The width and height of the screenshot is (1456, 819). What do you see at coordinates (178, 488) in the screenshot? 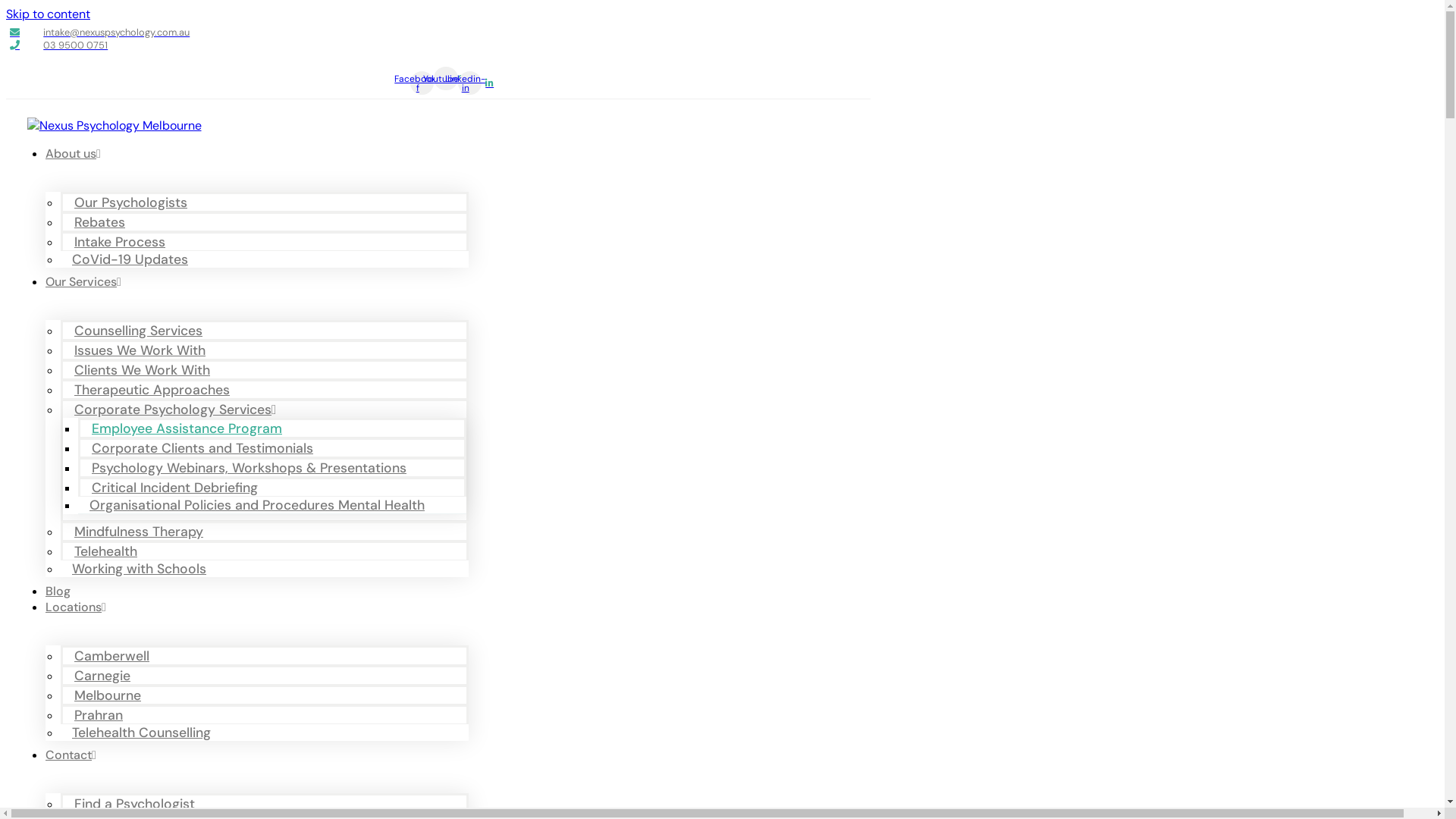
I see `'Critical Incident Debriefing'` at bounding box center [178, 488].